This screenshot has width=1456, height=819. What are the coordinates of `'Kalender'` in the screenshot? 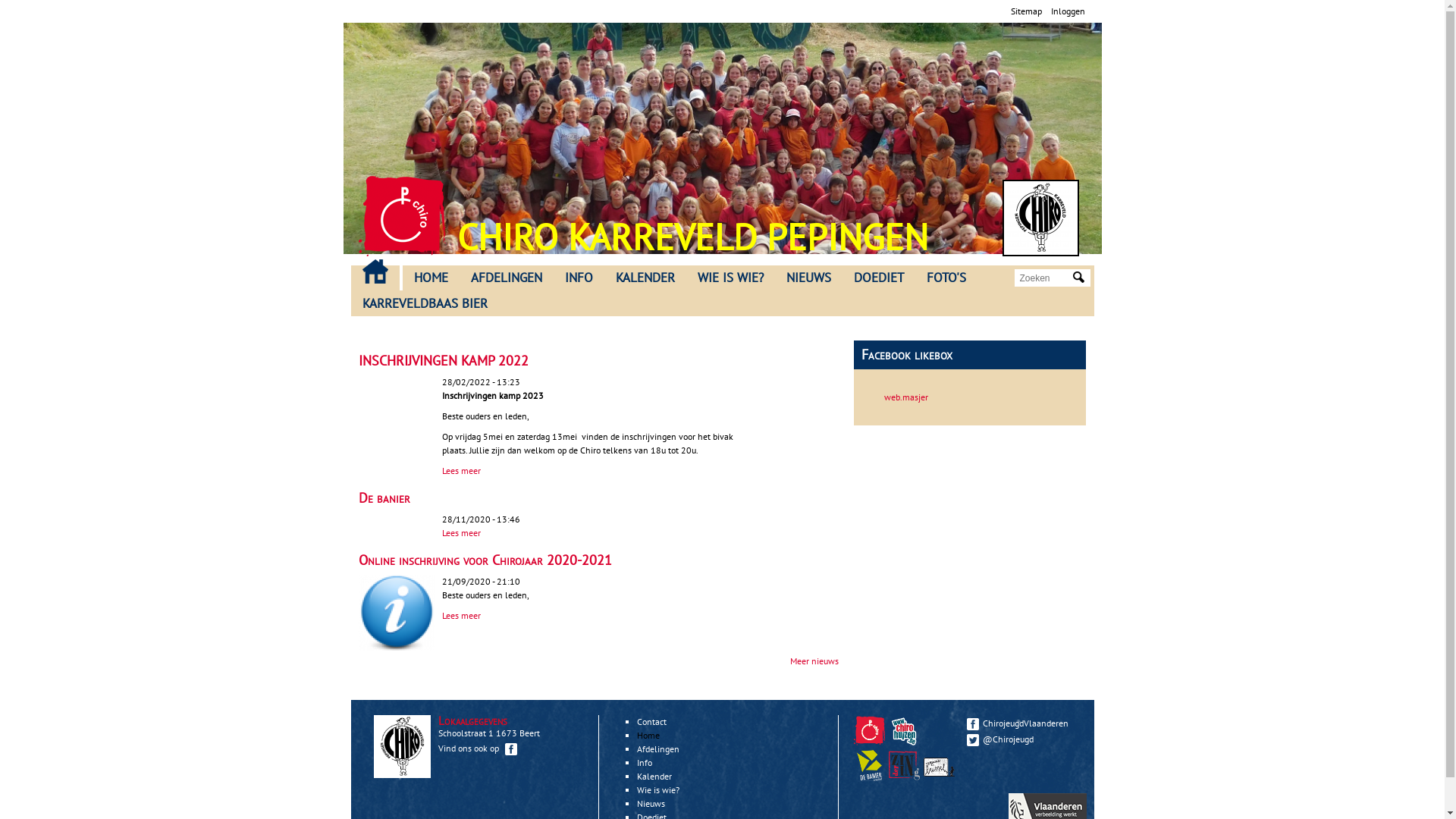 It's located at (637, 776).